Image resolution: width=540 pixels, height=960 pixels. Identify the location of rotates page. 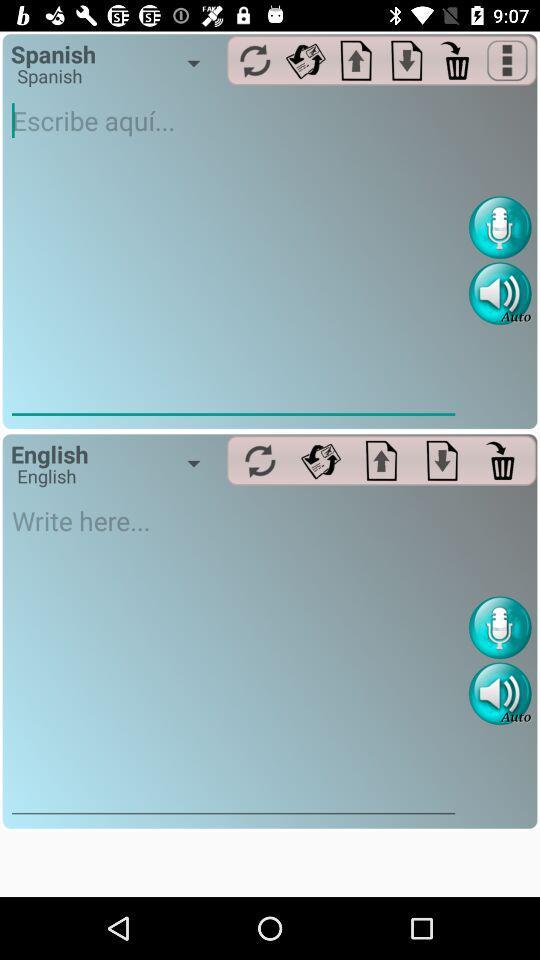
(305, 59).